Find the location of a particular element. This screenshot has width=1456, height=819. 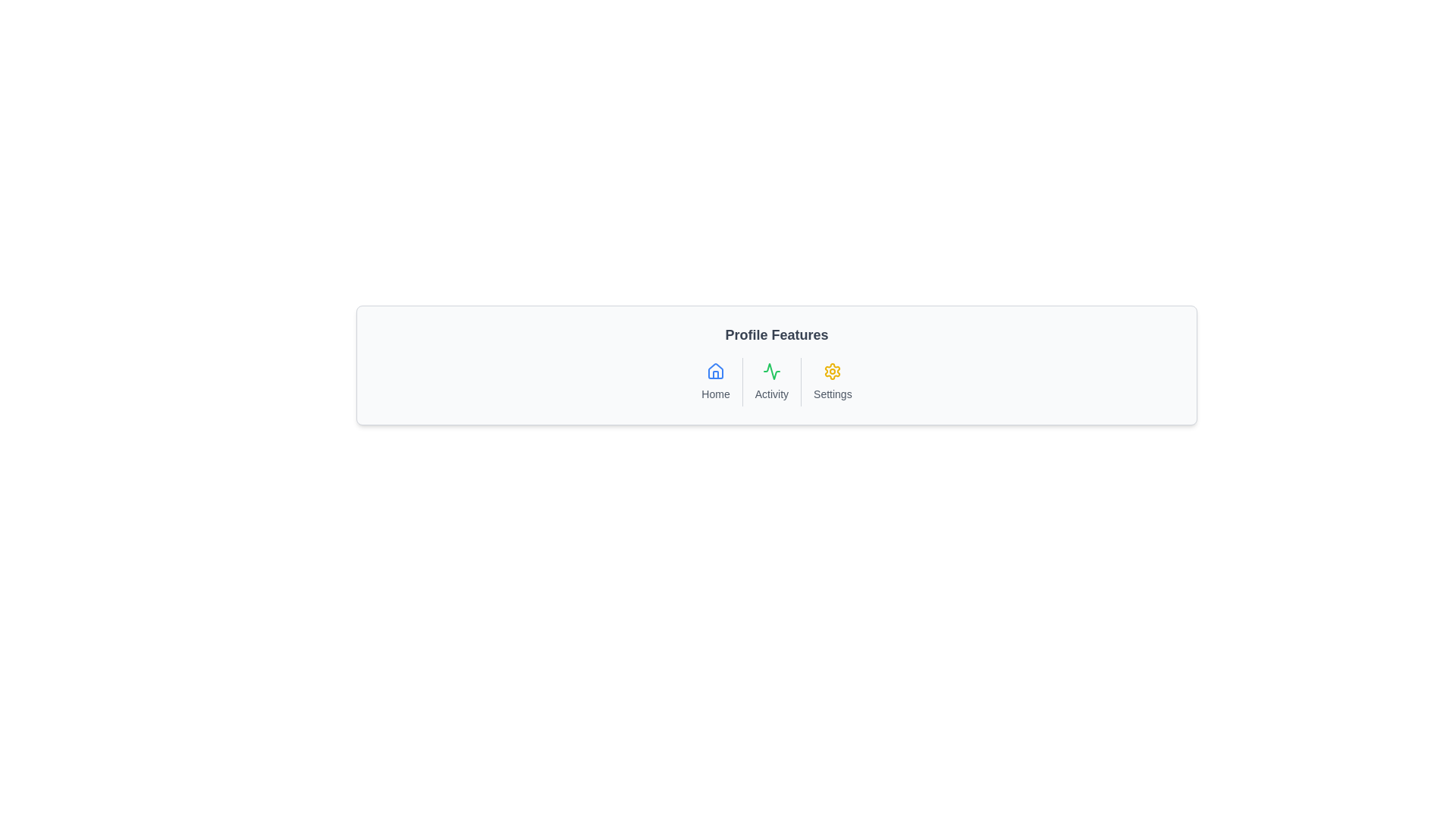

the vertical separator line located between the 'Home' and 'Activity' sections in the middle of the menu is located at coordinates (742, 381).